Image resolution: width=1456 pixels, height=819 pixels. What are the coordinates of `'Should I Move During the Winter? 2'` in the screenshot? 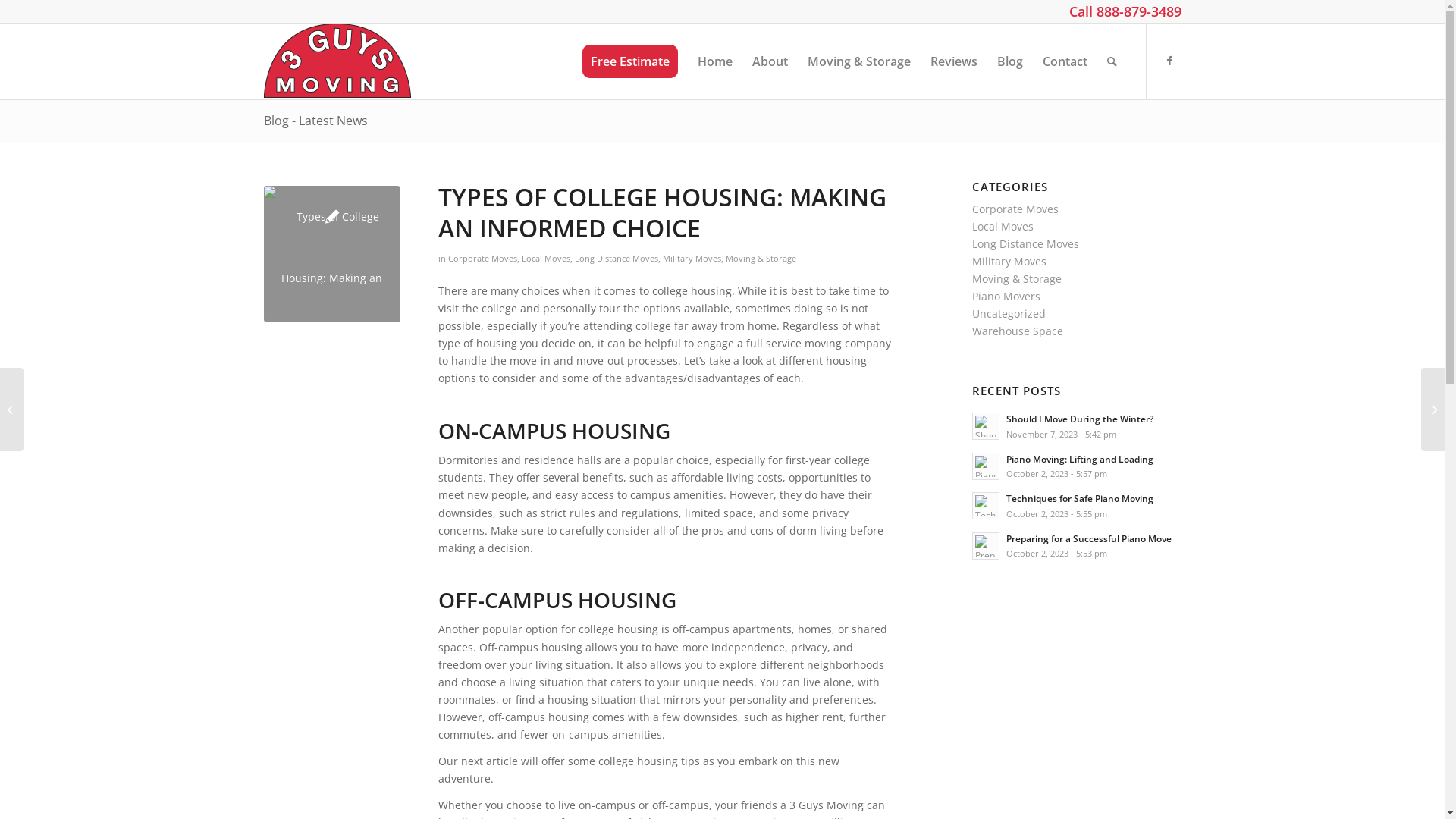 It's located at (975, 426).